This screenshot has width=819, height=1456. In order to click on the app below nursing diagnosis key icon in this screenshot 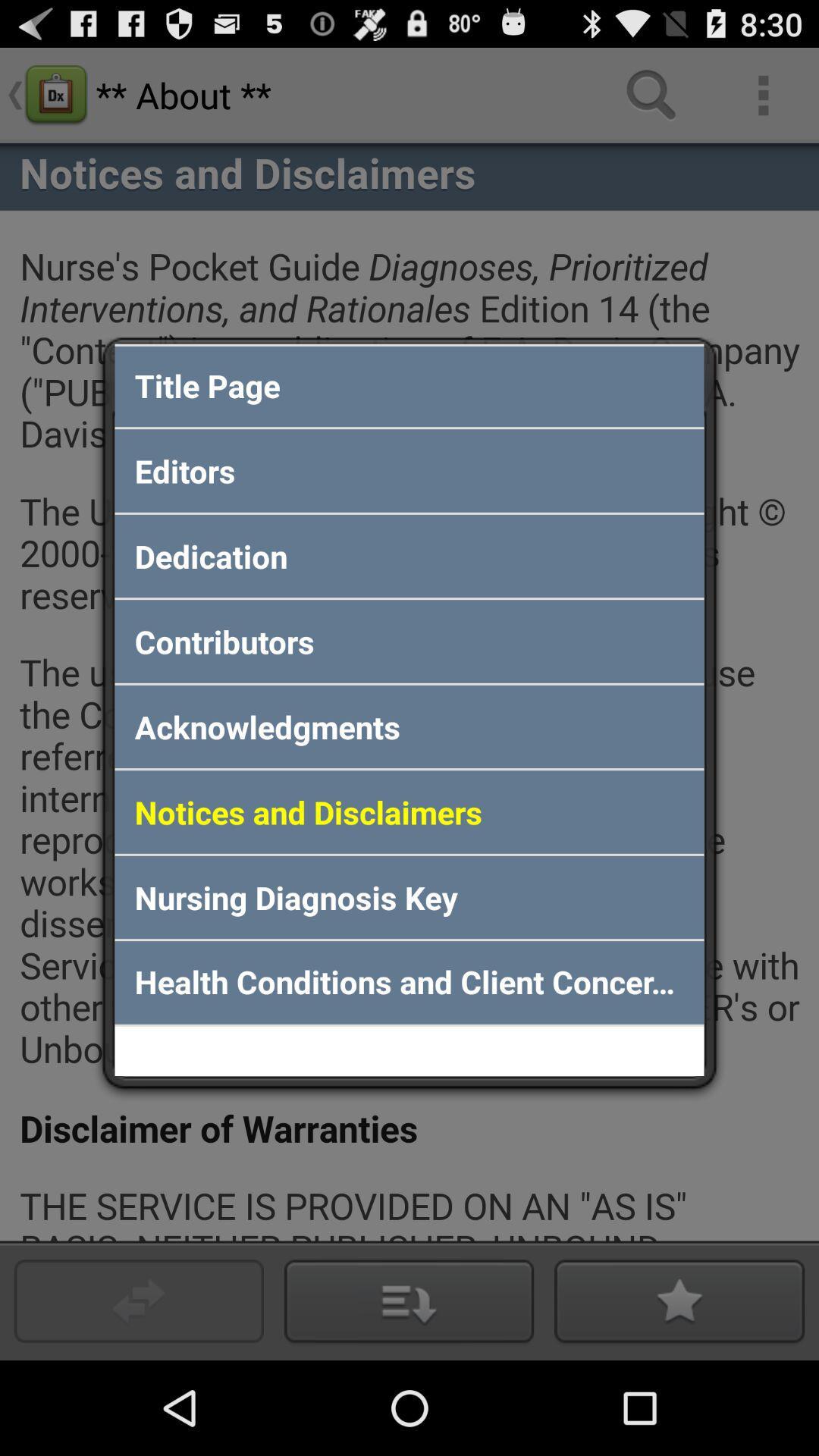, I will do `click(409, 983)`.